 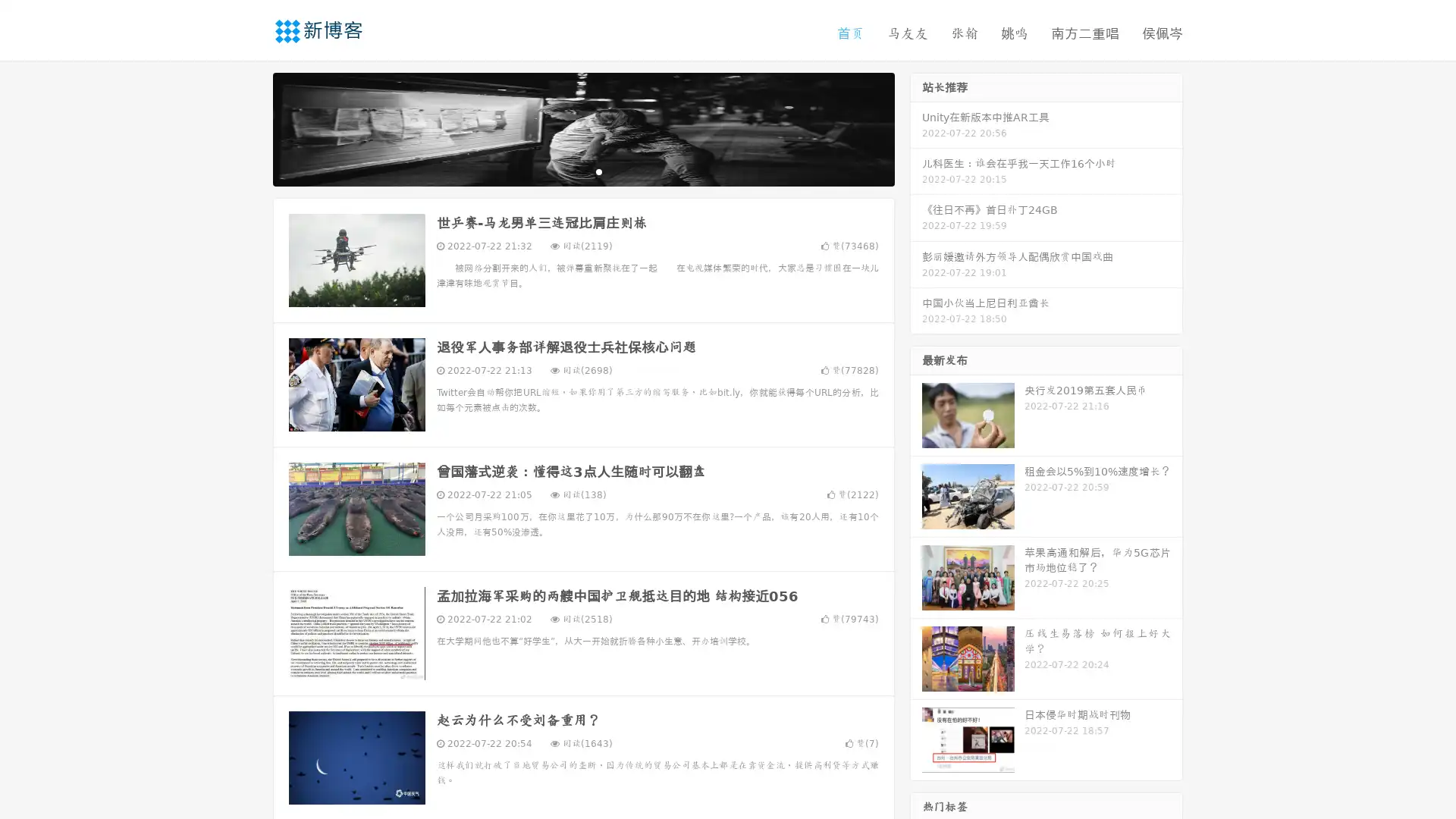 I want to click on Previous slide, so click(x=250, y=127).